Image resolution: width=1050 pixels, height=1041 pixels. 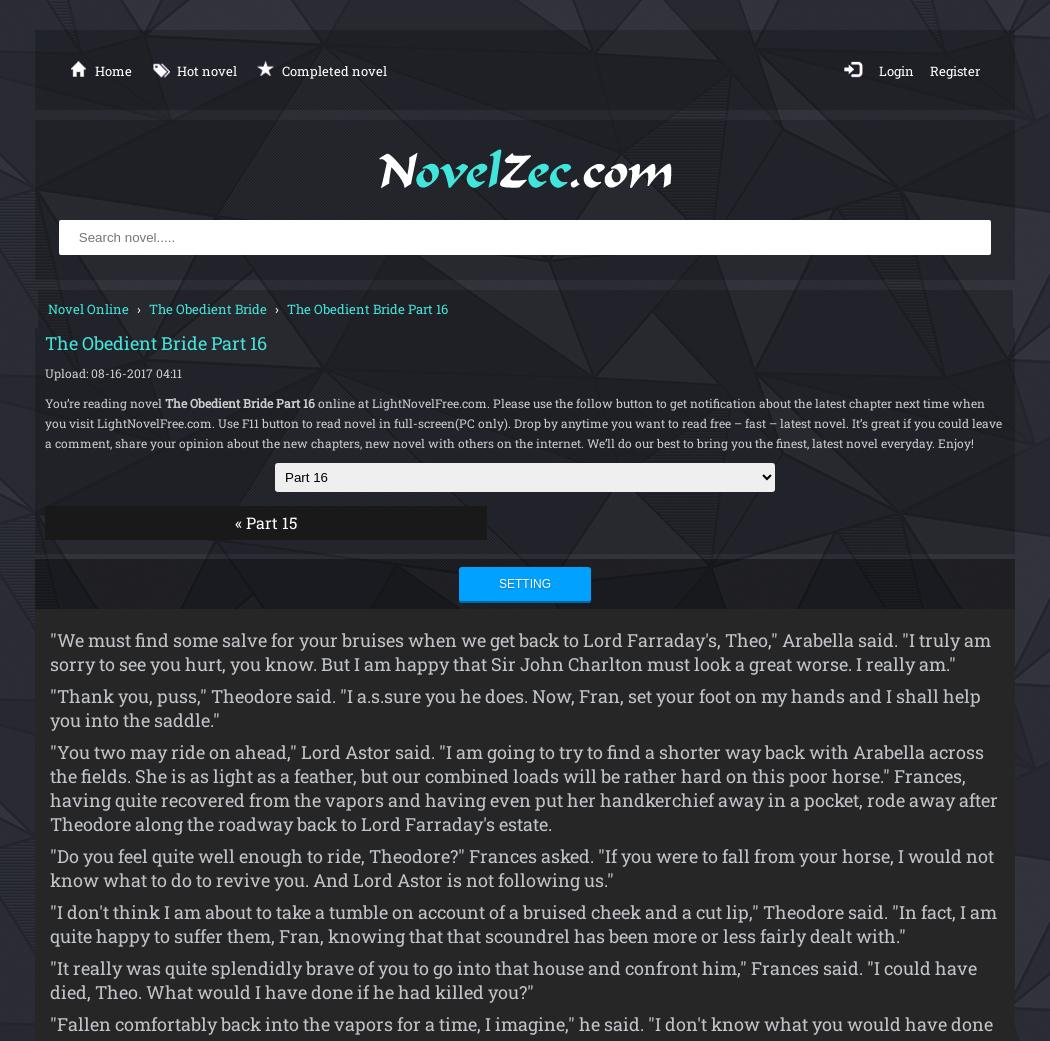 What do you see at coordinates (87, 307) in the screenshot?
I see `'Novel Online'` at bounding box center [87, 307].